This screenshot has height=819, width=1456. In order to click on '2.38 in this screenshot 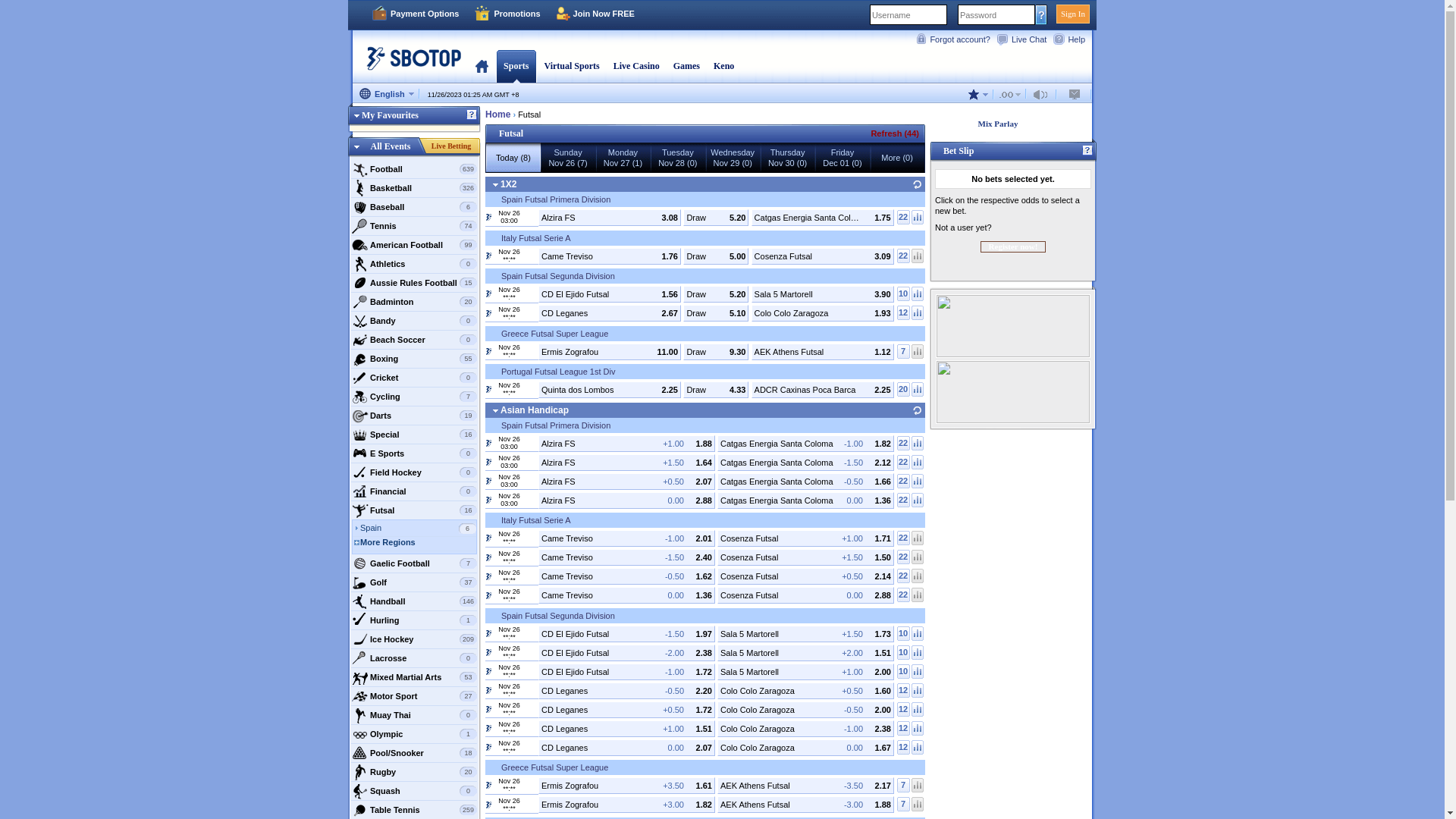, I will do `click(626, 651)`.